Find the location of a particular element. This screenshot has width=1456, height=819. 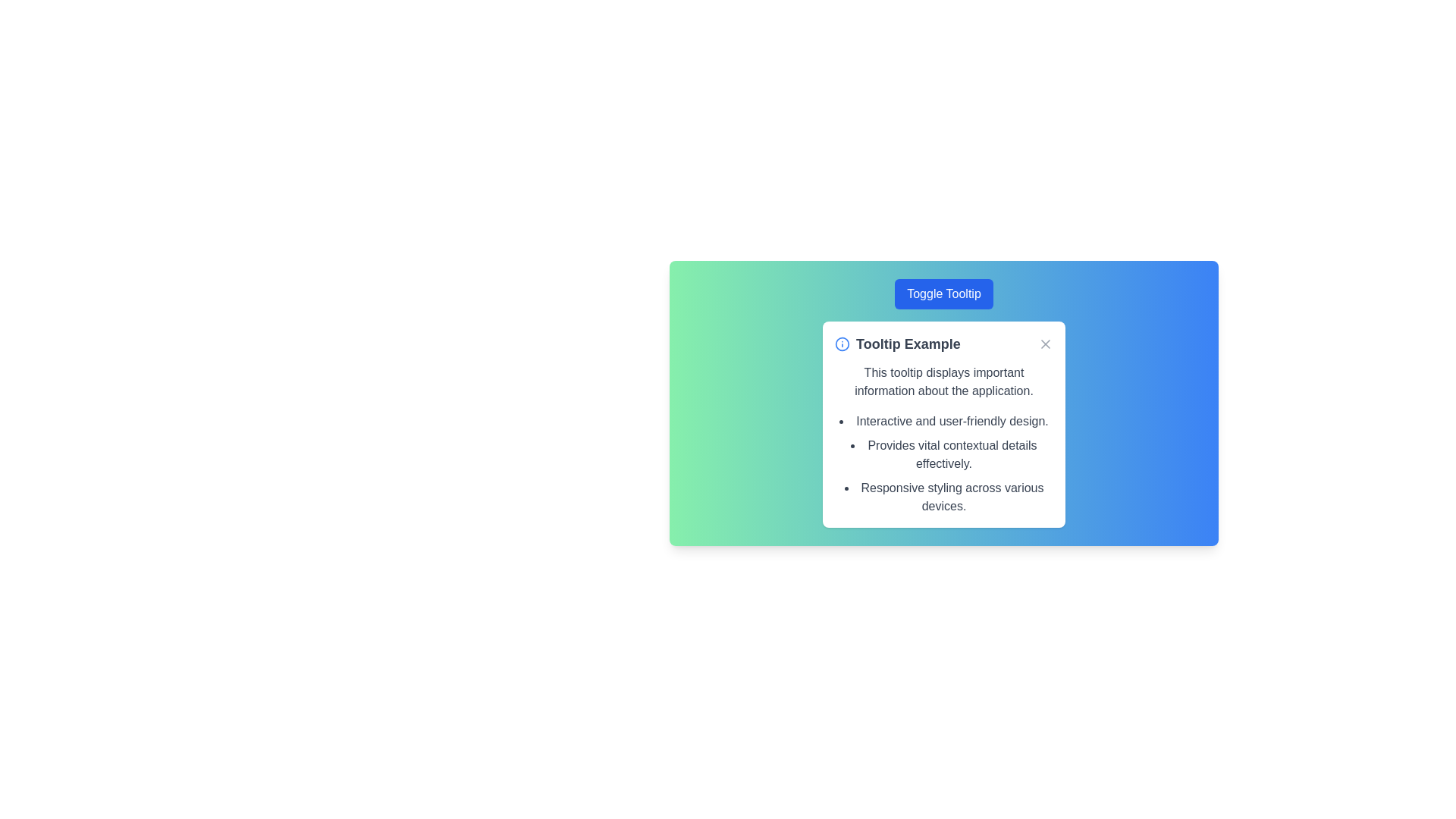

text label that serves as a title or heading for the tooltip content, positioned at the center of the tooltip box below the title area is located at coordinates (897, 344).